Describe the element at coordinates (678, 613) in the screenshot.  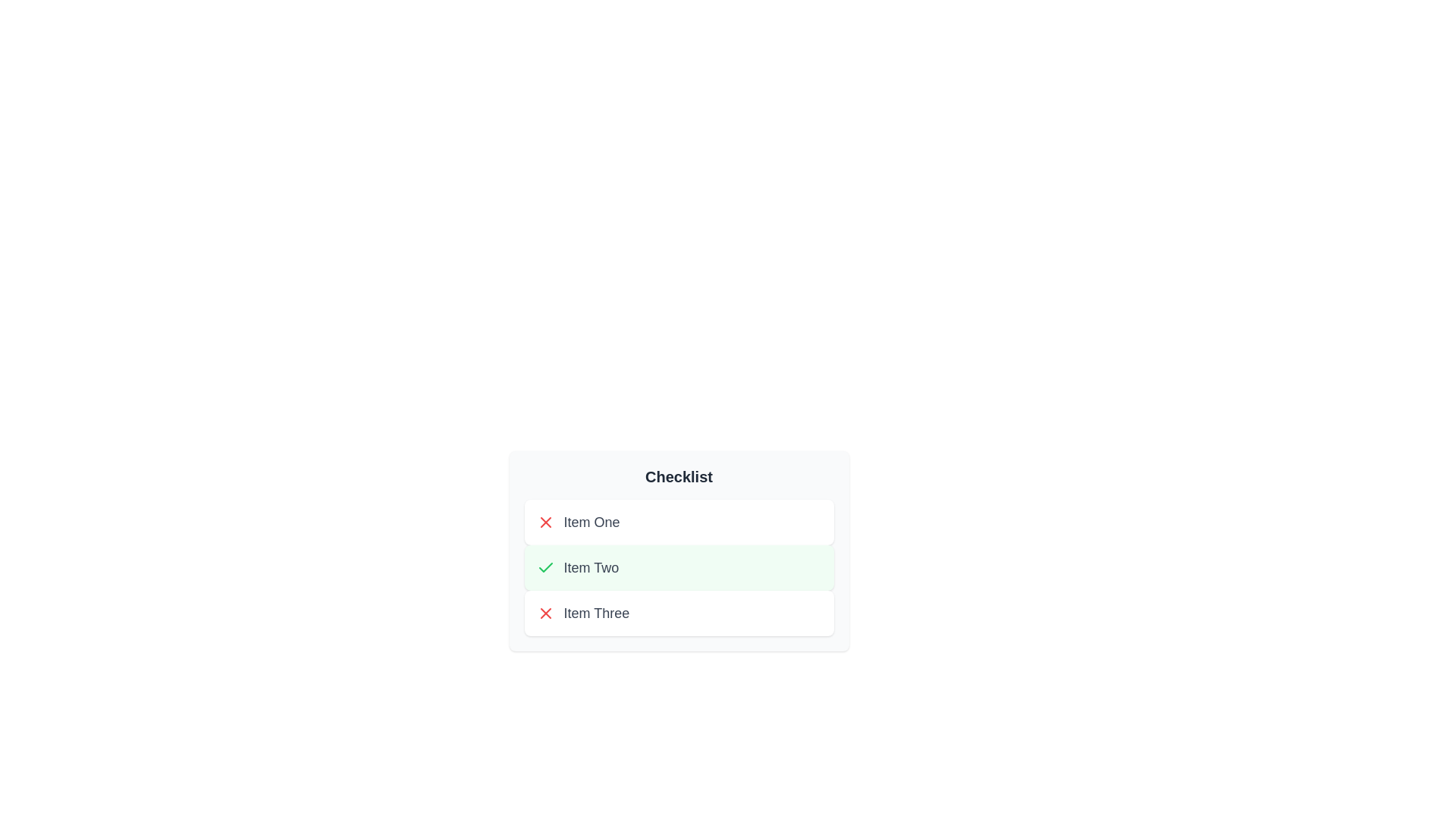
I see `the item Item Three in the checklist` at that location.